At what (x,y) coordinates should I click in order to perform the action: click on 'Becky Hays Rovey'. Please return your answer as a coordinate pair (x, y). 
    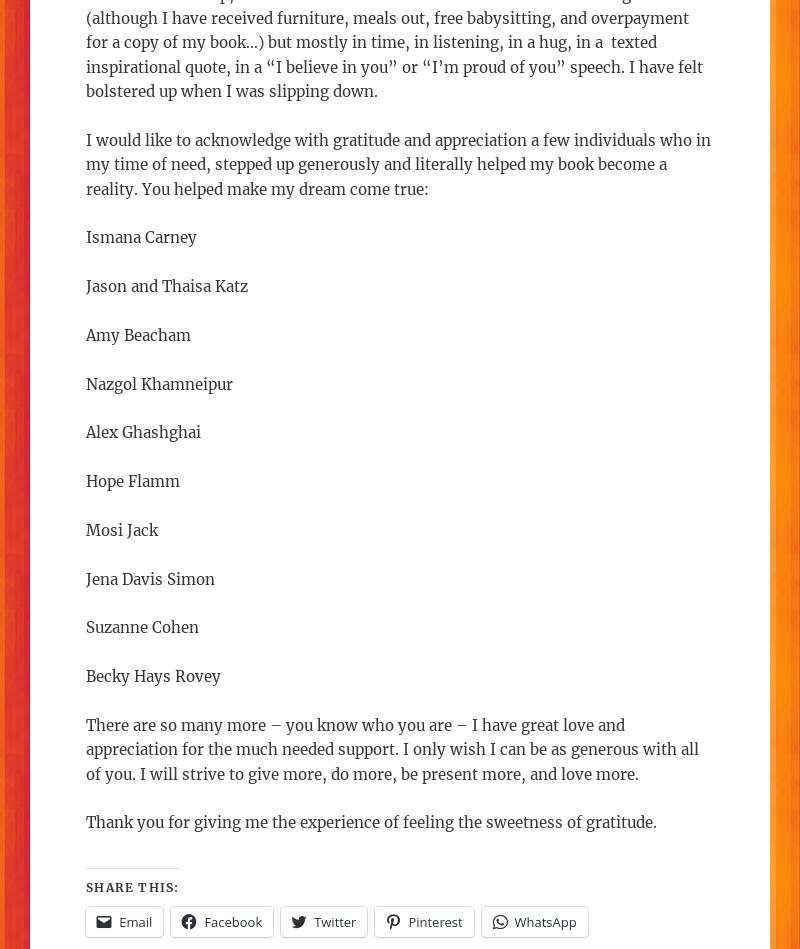
    Looking at the image, I should click on (153, 676).